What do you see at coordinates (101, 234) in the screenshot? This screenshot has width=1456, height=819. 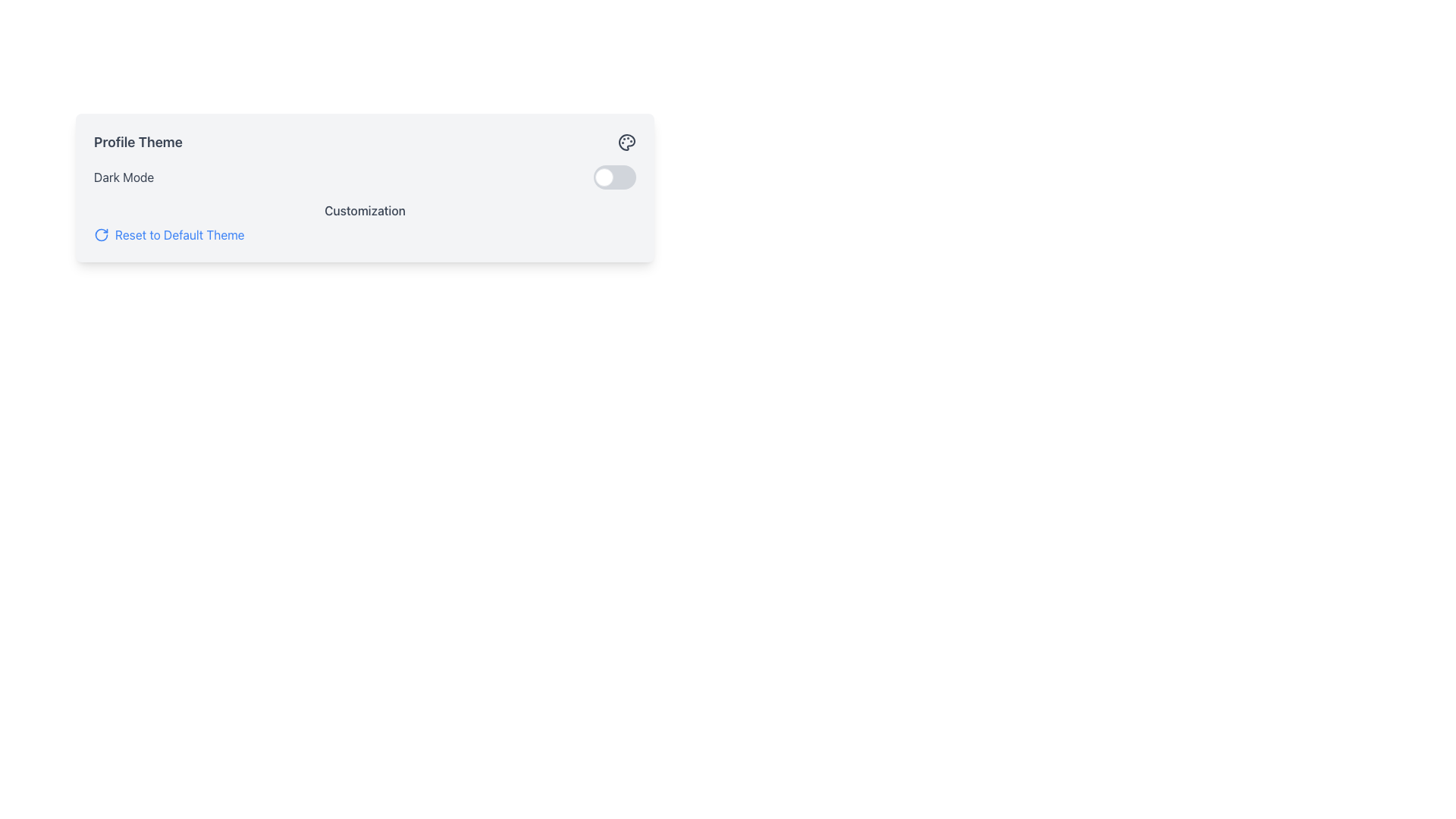 I see `the blue circular icon with a clockwise rotation arrow symbol, which is positioned to the left of the 'Reset to Default Theme' text` at bounding box center [101, 234].